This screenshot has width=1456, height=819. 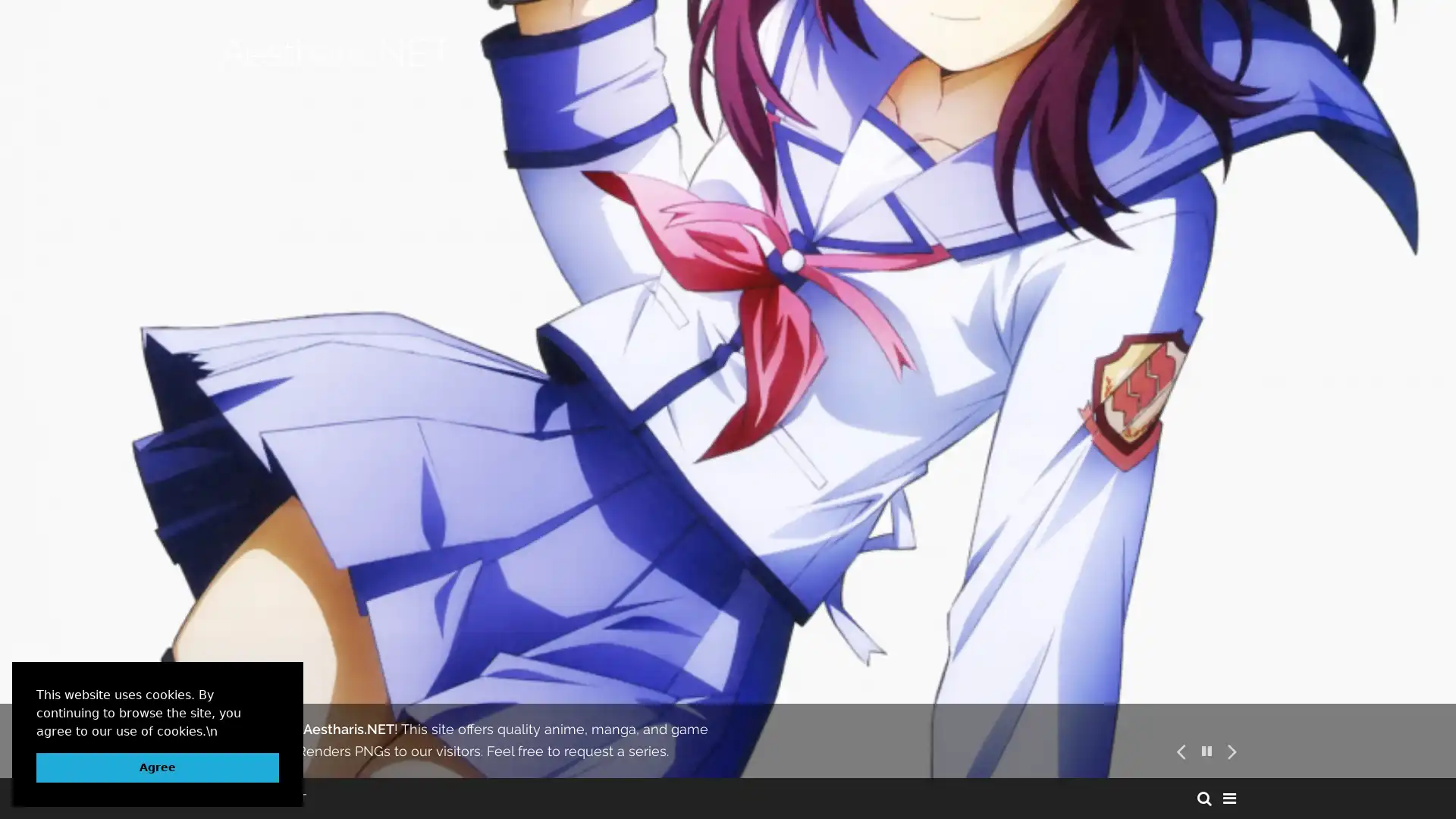 I want to click on dismiss cookie message, so click(x=157, y=767).